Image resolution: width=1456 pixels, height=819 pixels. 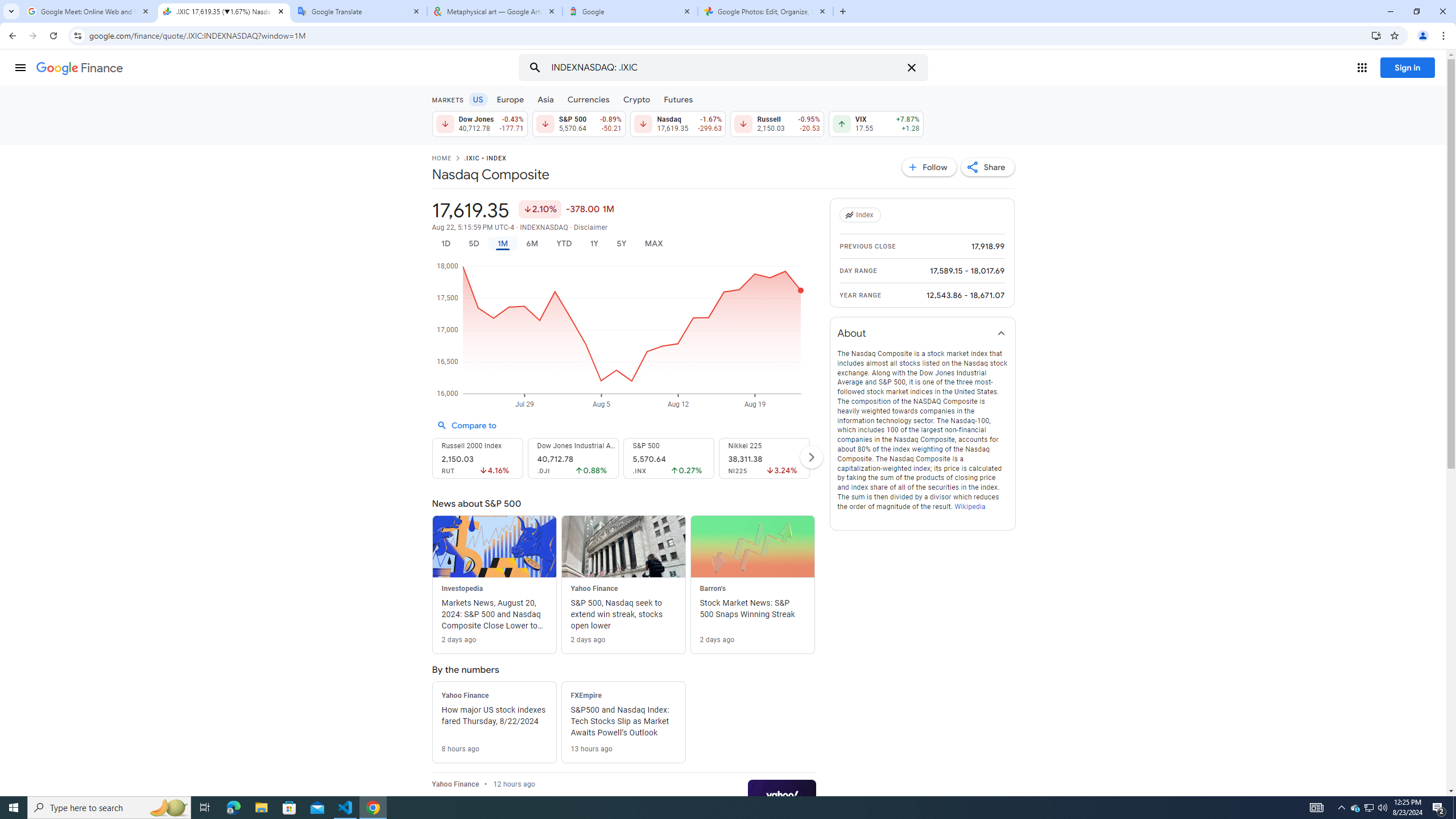 I want to click on 'Dow Jones 40,712.78 Down by 0.43% -177.71', so click(x=478, y=123).